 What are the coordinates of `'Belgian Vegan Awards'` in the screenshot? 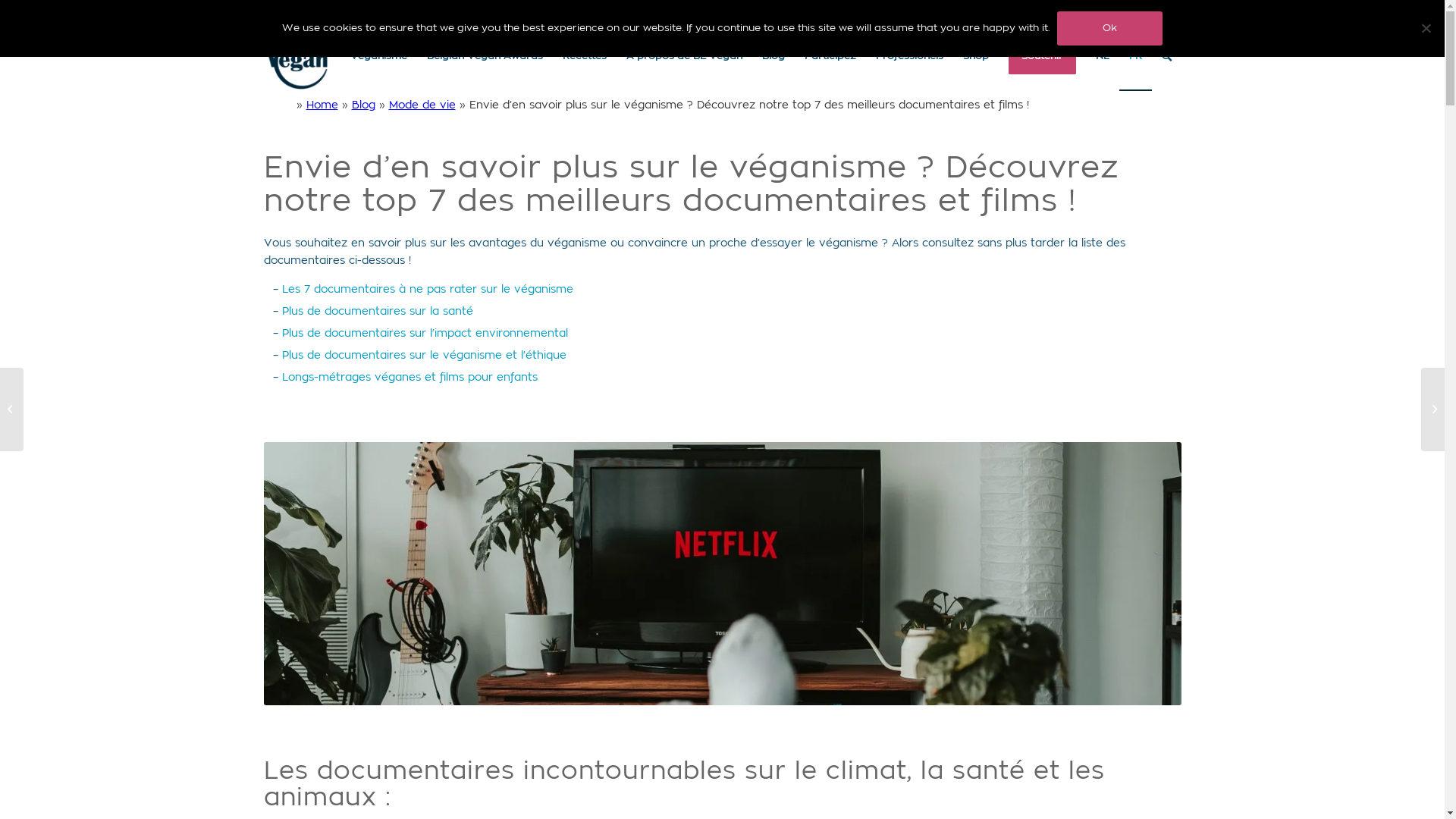 It's located at (417, 55).